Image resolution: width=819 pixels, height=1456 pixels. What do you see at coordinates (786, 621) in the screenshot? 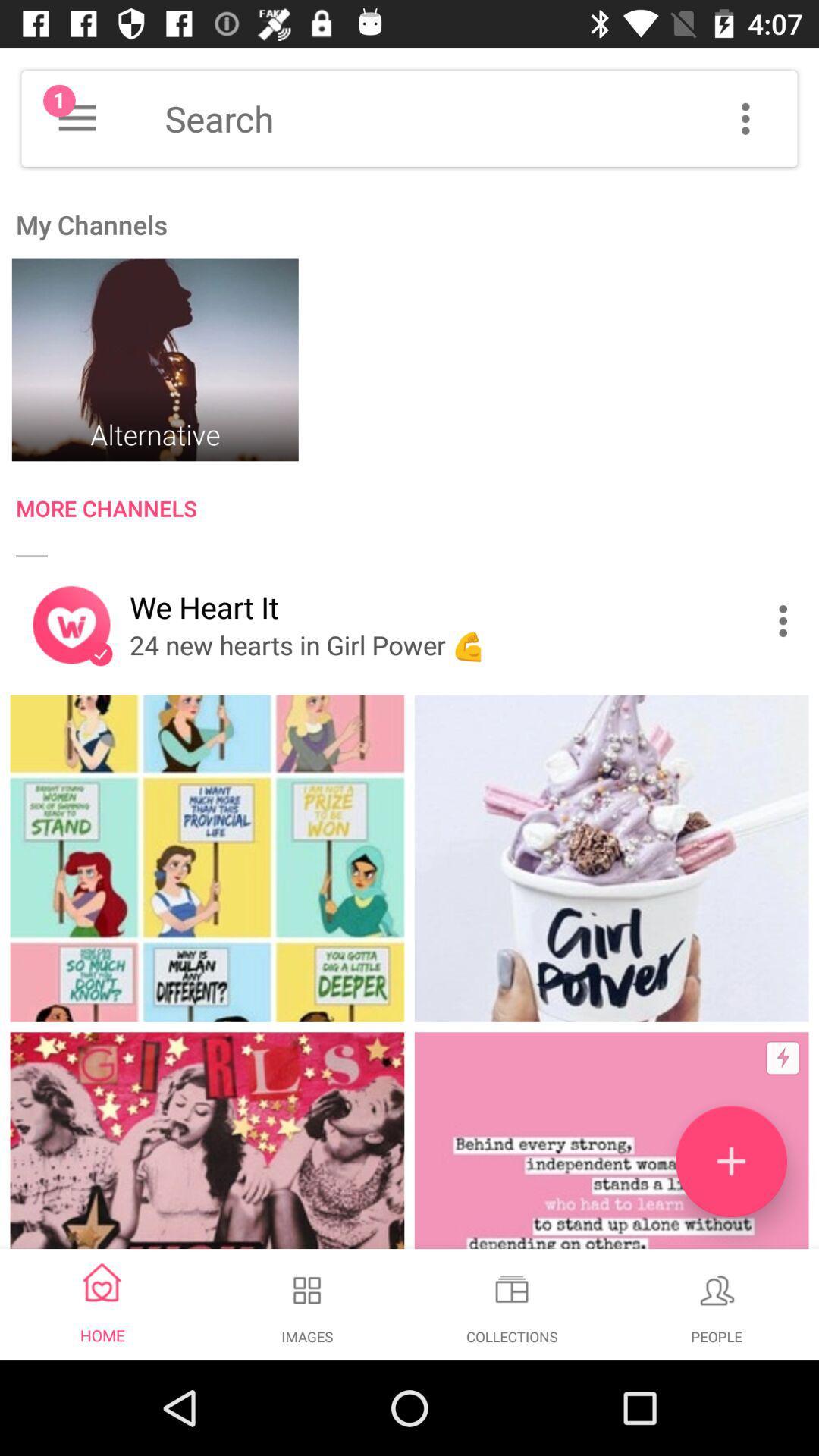
I see `the item to the right of the we heart it` at bounding box center [786, 621].